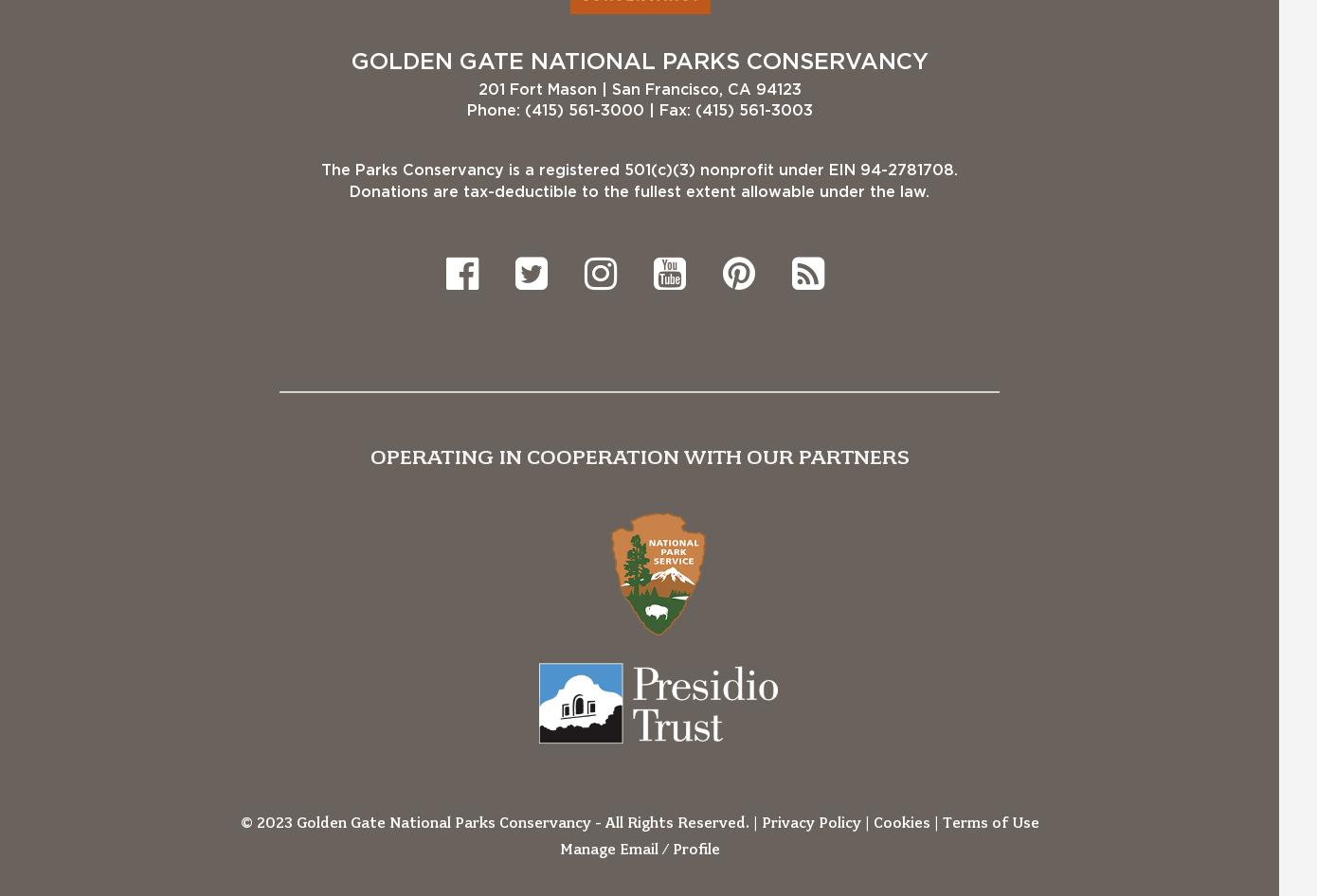 The width and height of the screenshot is (1317, 896). I want to click on '© 2023 Golden Gate National Parks Conservancy - All Rights Reserved. |', so click(499, 821).